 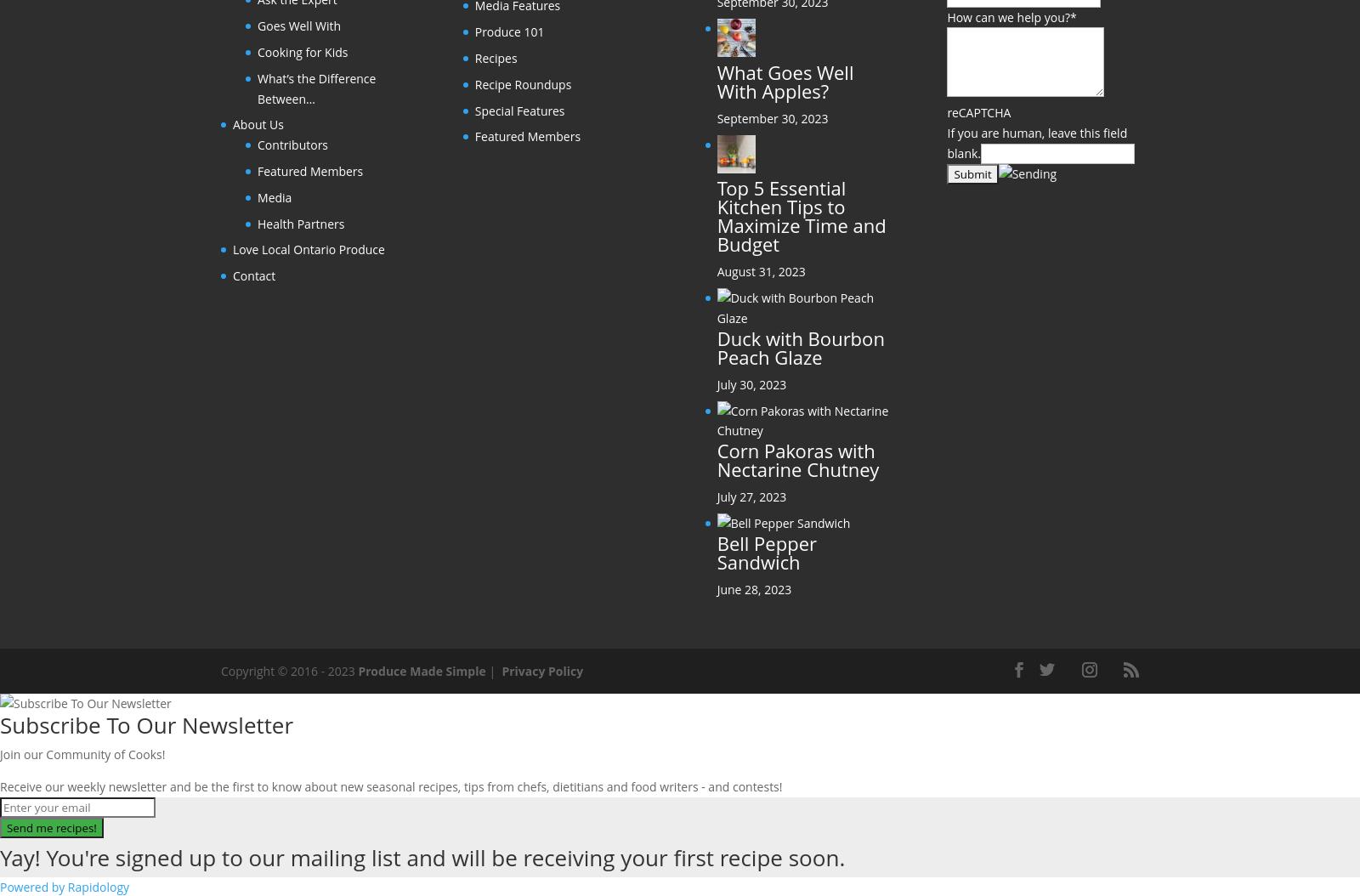 I want to click on 'Duck with Bourbon Peach Glaze', so click(x=799, y=346).